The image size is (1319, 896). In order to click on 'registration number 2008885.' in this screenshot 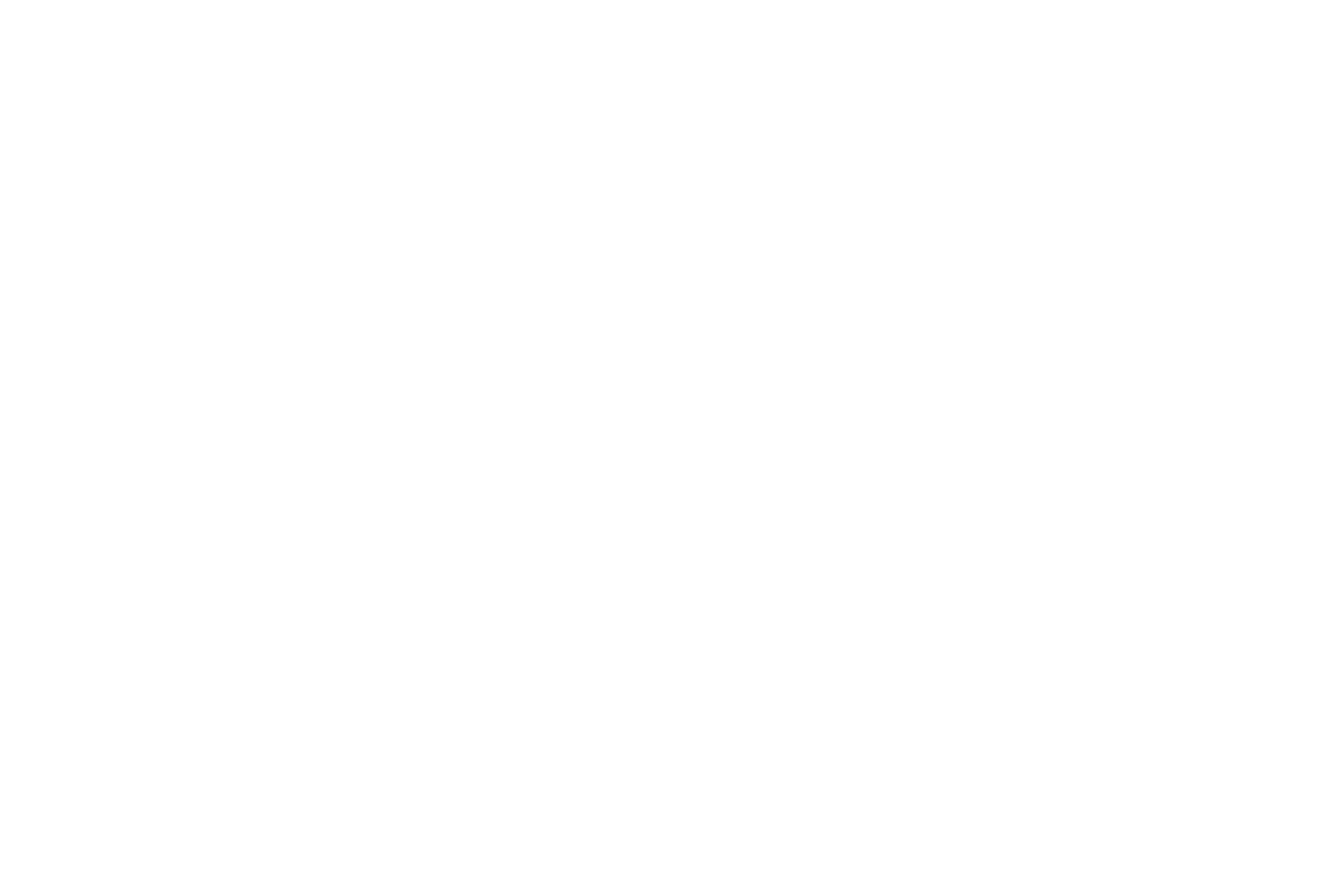, I will do `click(658, 775)`.